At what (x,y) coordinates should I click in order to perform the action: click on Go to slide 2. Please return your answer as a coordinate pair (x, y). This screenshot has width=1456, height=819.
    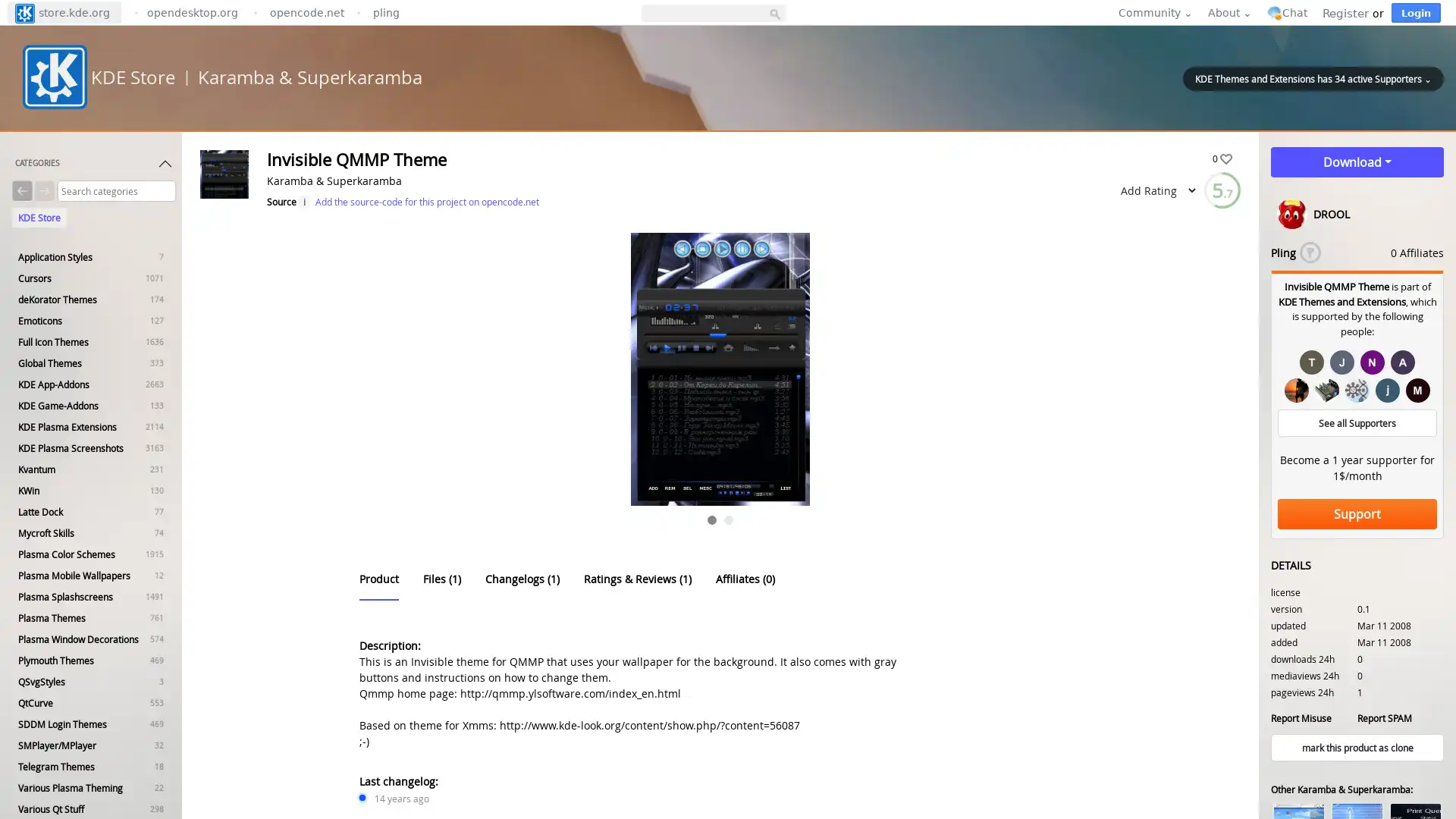
    Looking at the image, I should click on (728, 519).